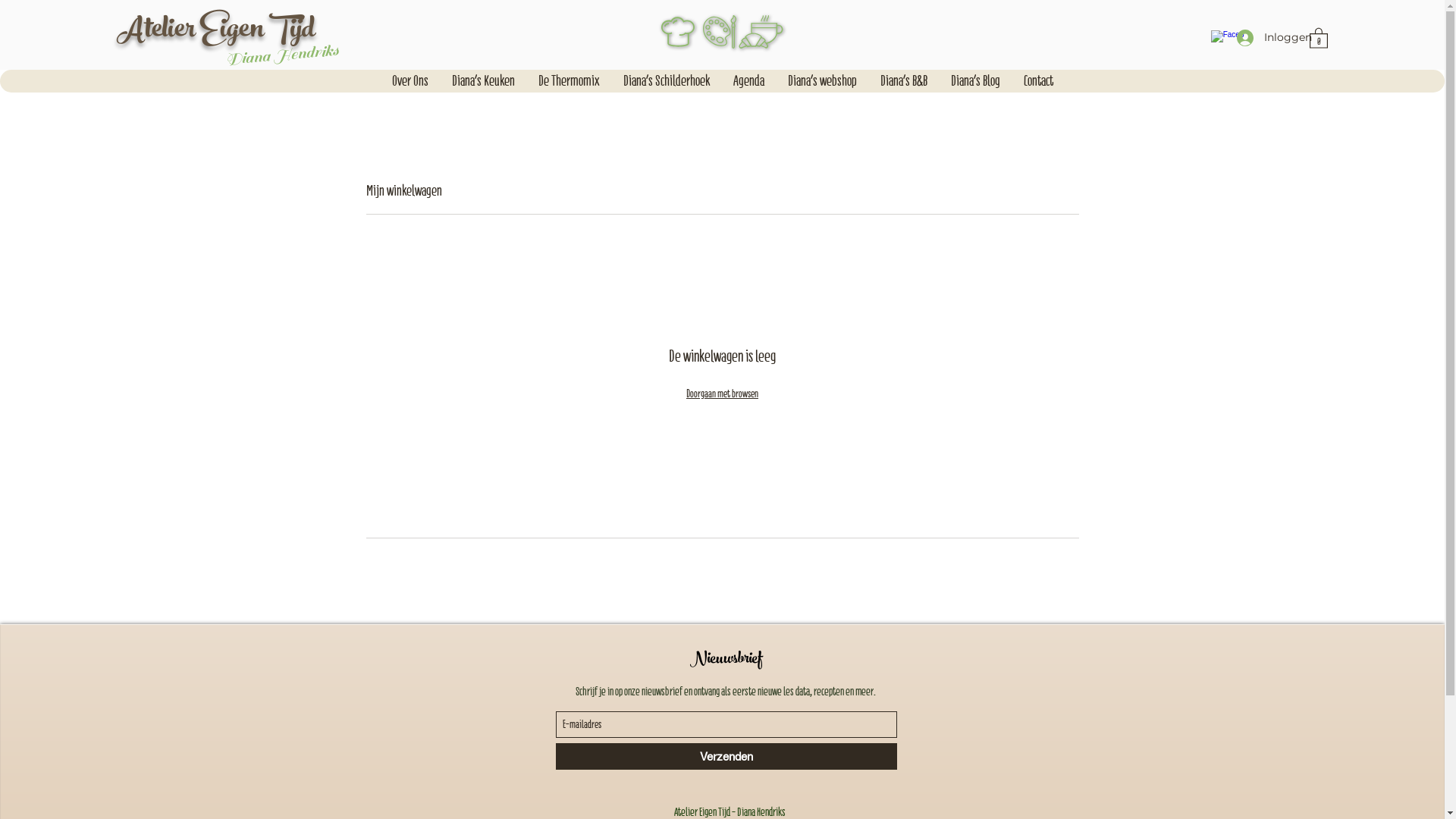  What do you see at coordinates (975, 81) in the screenshot?
I see `'Diana's Blog'` at bounding box center [975, 81].